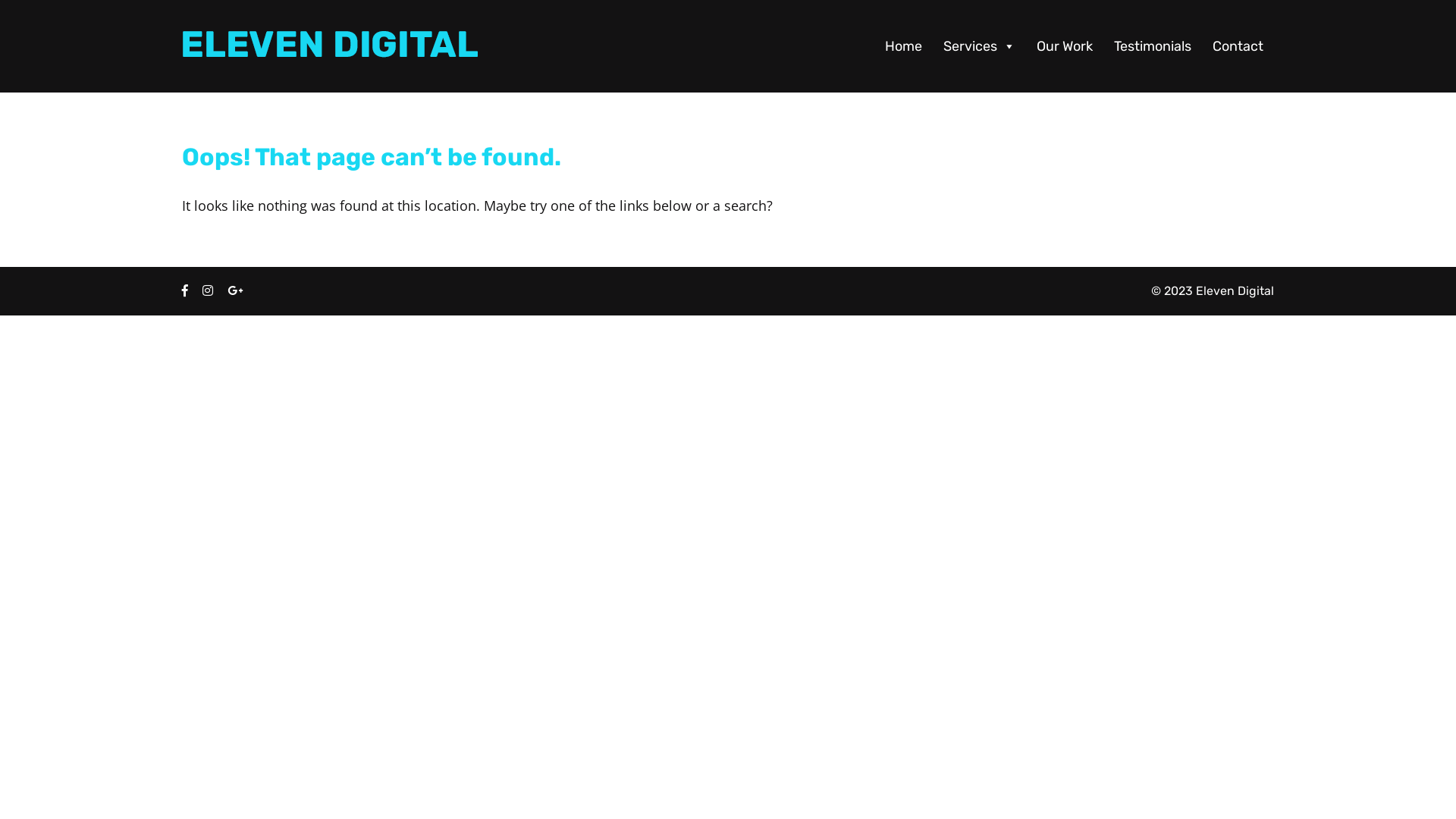 This screenshot has width=1456, height=819. Describe the element at coordinates (903, 45) in the screenshot. I see `'Home'` at that location.